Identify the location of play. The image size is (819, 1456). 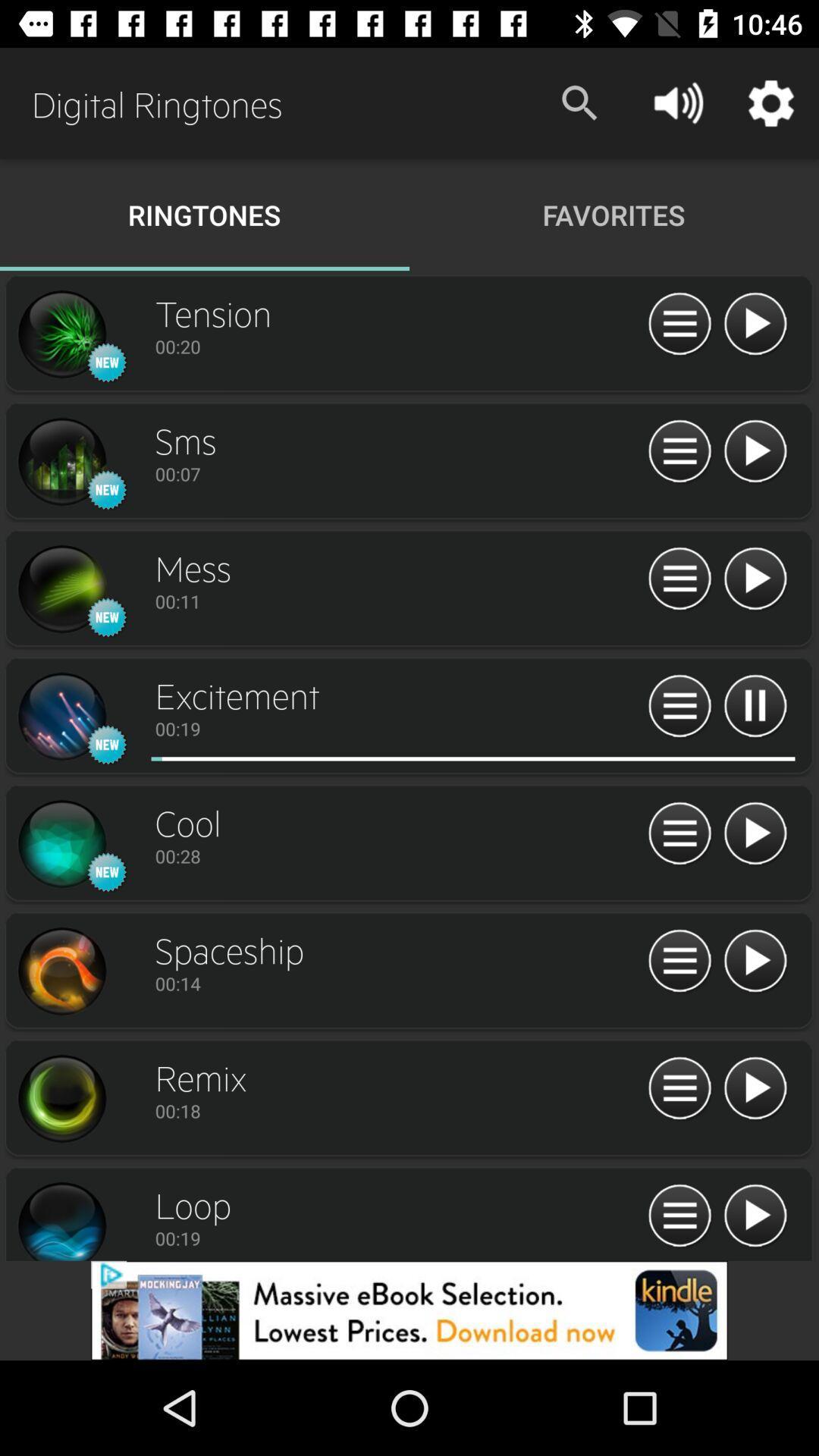
(755, 706).